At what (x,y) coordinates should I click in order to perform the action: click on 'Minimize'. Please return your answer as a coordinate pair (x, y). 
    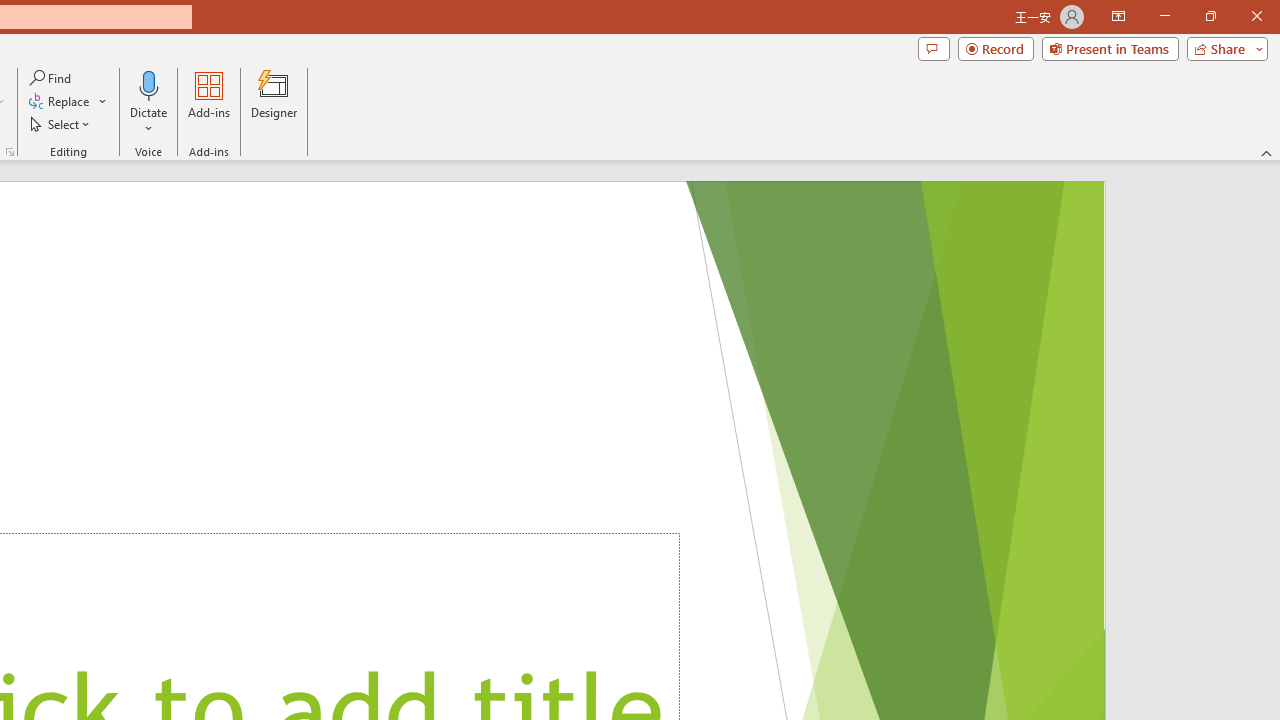
    Looking at the image, I should click on (1164, 16).